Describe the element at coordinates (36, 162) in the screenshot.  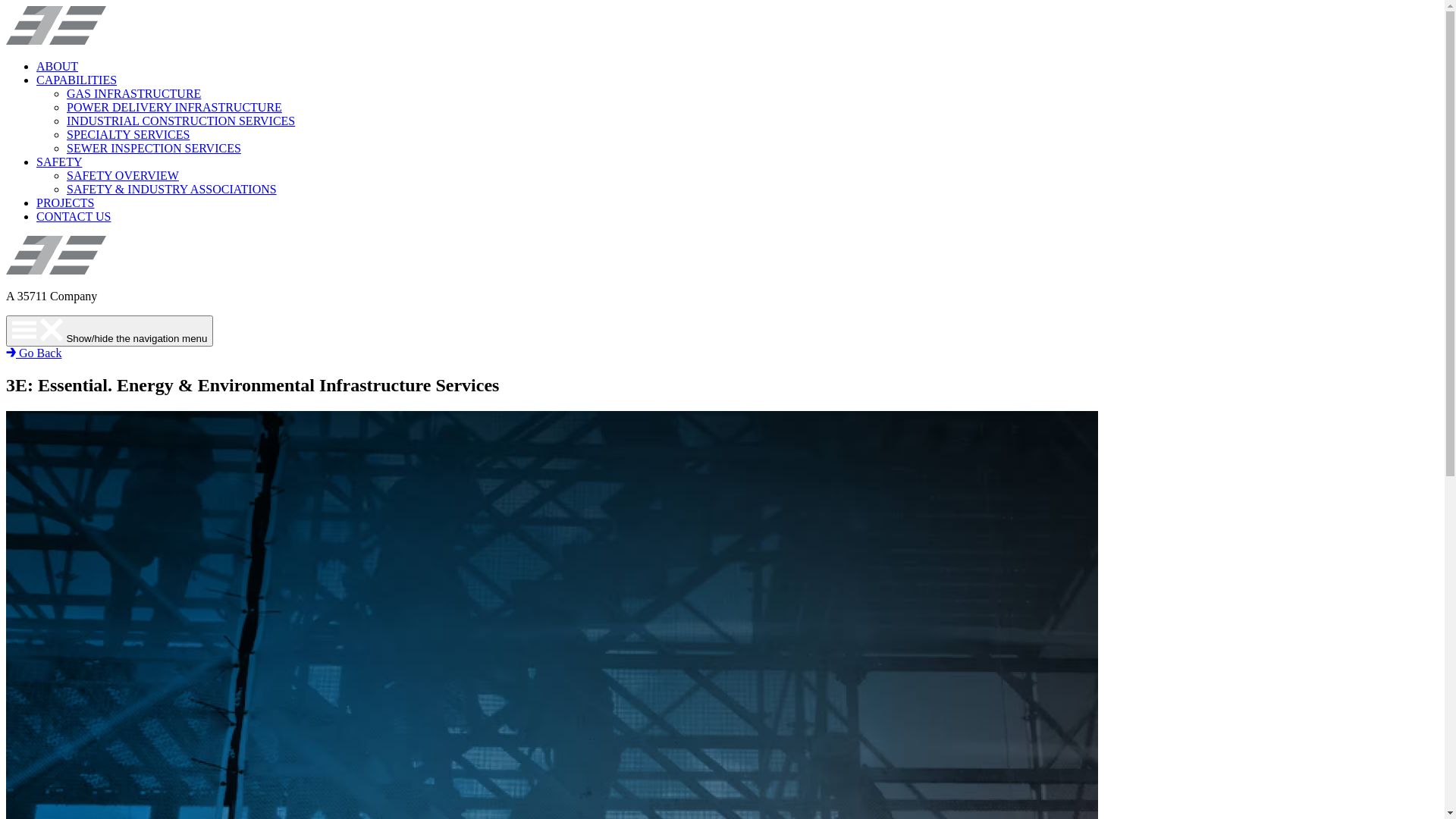
I see `'SAFETY'` at that location.